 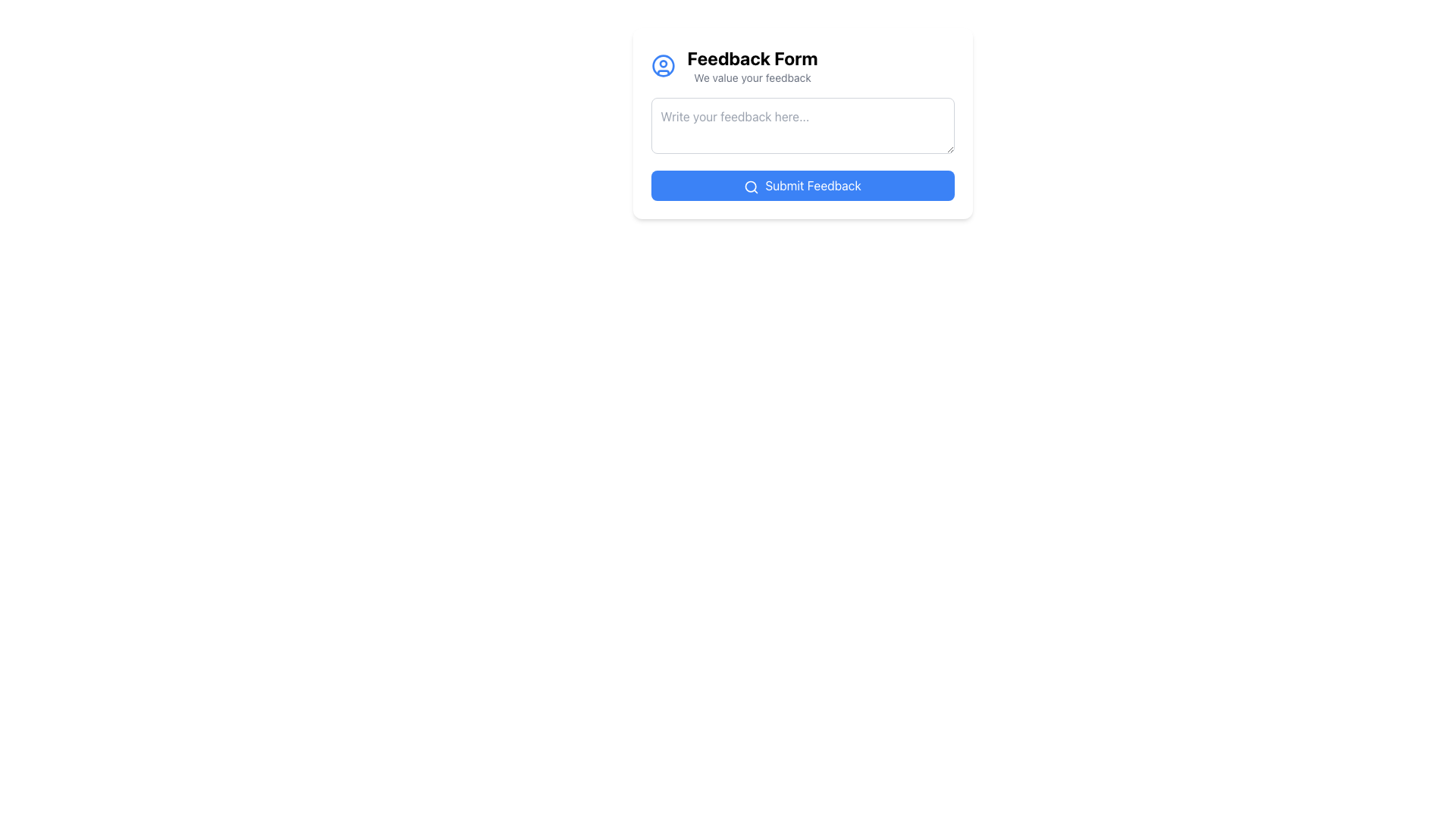 I want to click on the 'Feedback Form' text element, which consists of a bold, large-sized title and a smaller gray message, centrally aligned within a feedback card UI, so click(x=752, y=65).